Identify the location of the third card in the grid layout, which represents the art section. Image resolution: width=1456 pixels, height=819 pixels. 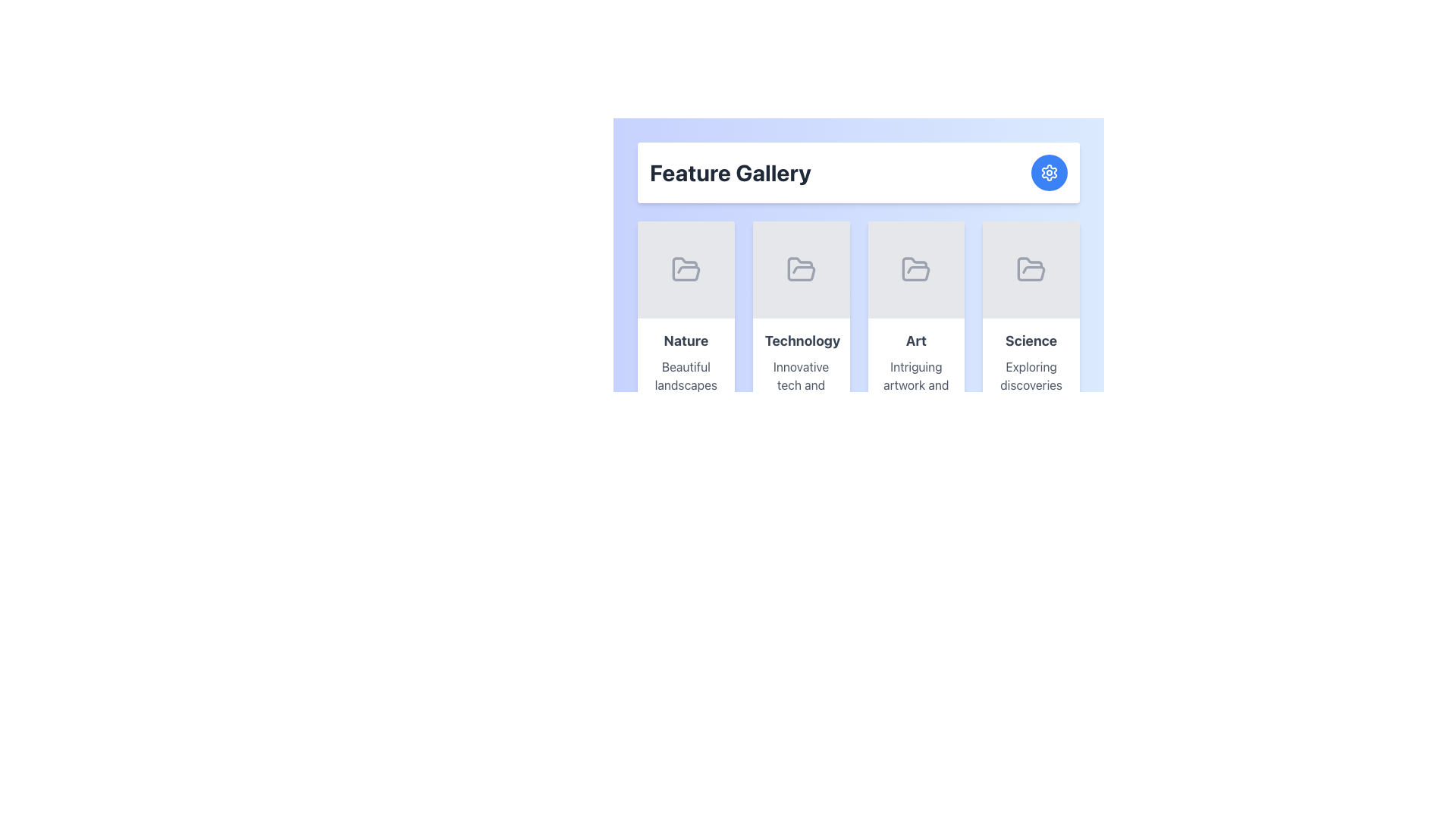
(915, 353).